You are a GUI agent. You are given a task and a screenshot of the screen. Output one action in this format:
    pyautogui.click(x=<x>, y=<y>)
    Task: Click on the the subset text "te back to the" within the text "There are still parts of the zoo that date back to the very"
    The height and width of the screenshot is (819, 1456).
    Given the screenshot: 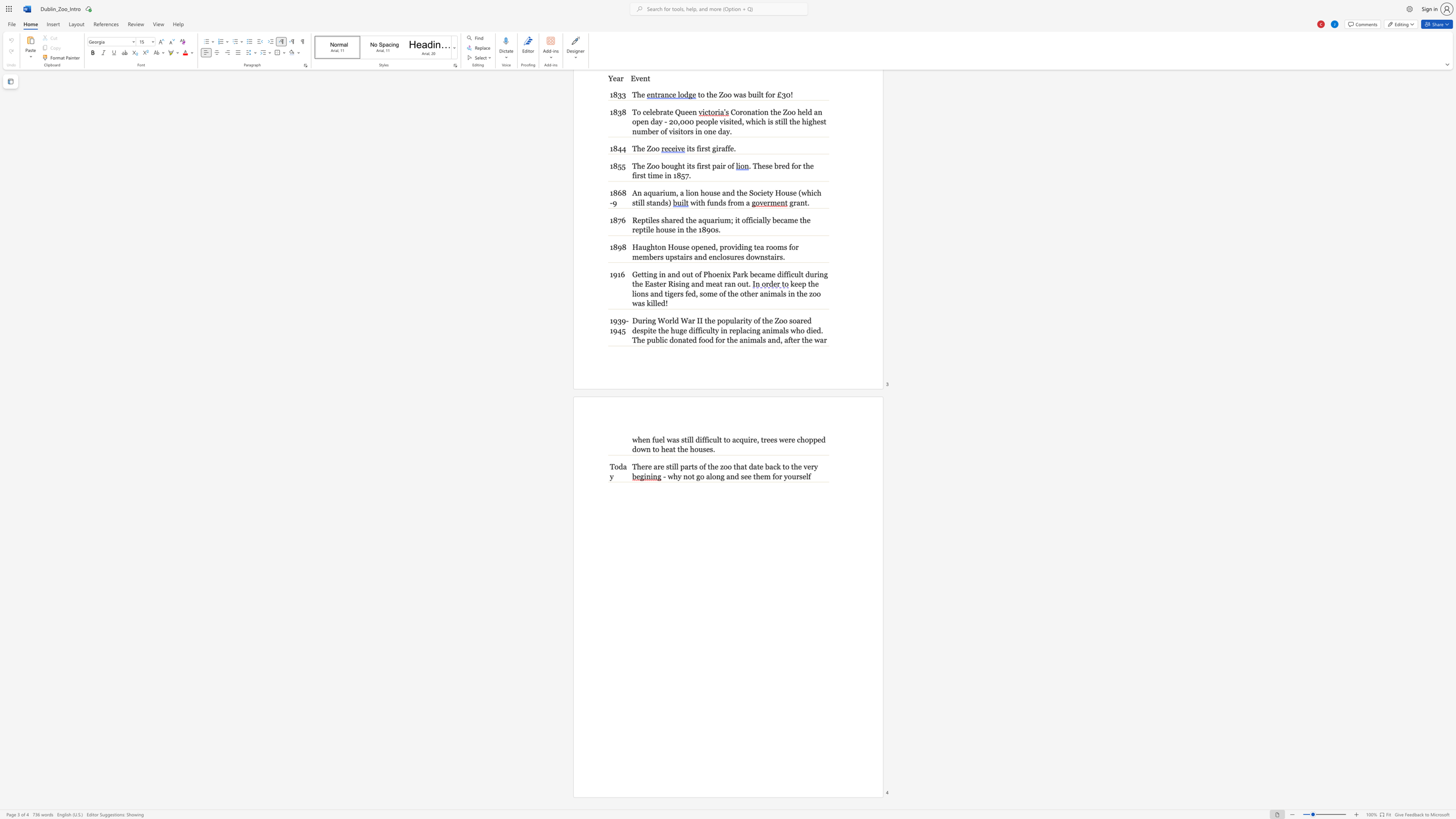 What is the action you would take?
    pyautogui.click(x=757, y=466)
    